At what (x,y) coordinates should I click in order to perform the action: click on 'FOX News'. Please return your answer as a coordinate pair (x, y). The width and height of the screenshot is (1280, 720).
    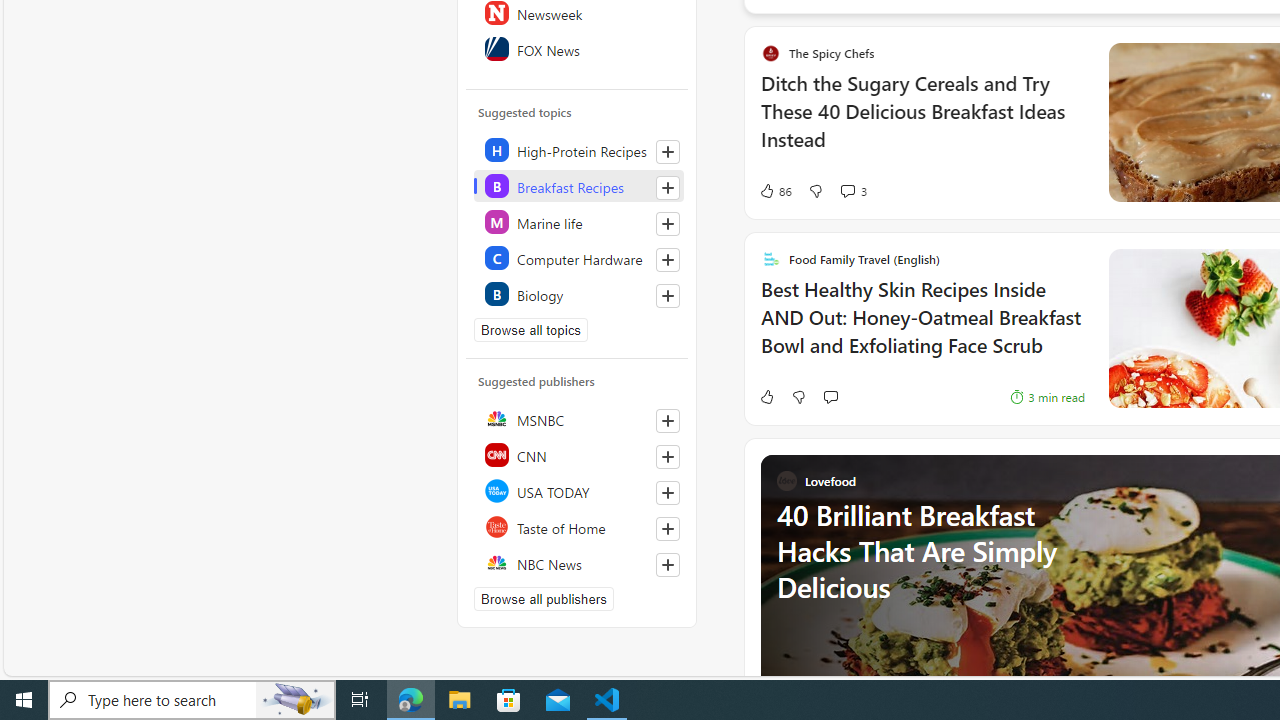
    Looking at the image, I should click on (577, 47).